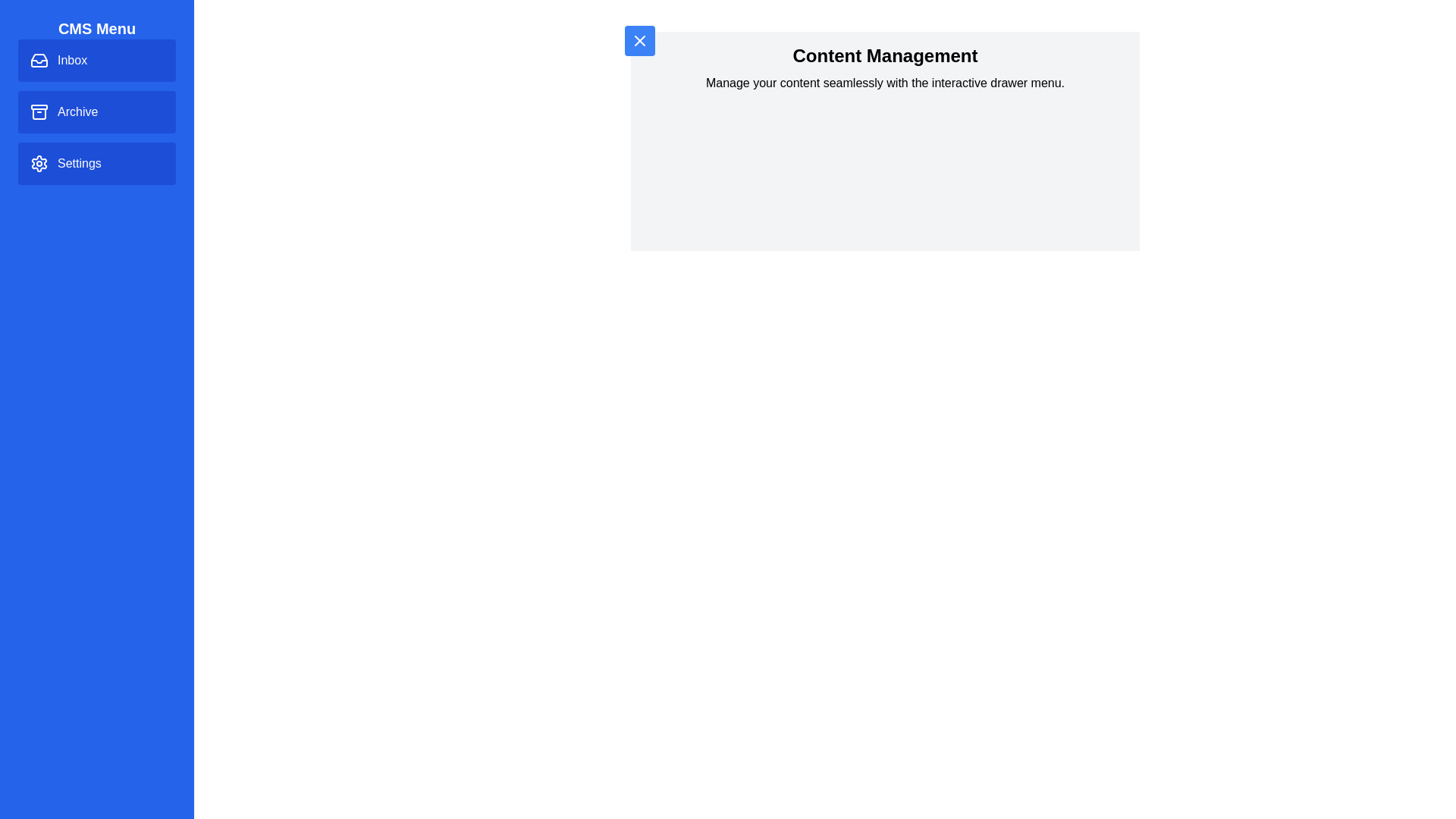 The width and height of the screenshot is (1456, 819). What do you see at coordinates (96, 111) in the screenshot?
I see `the menu item labeled Archive to observe the hover effect` at bounding box center [96, 111].